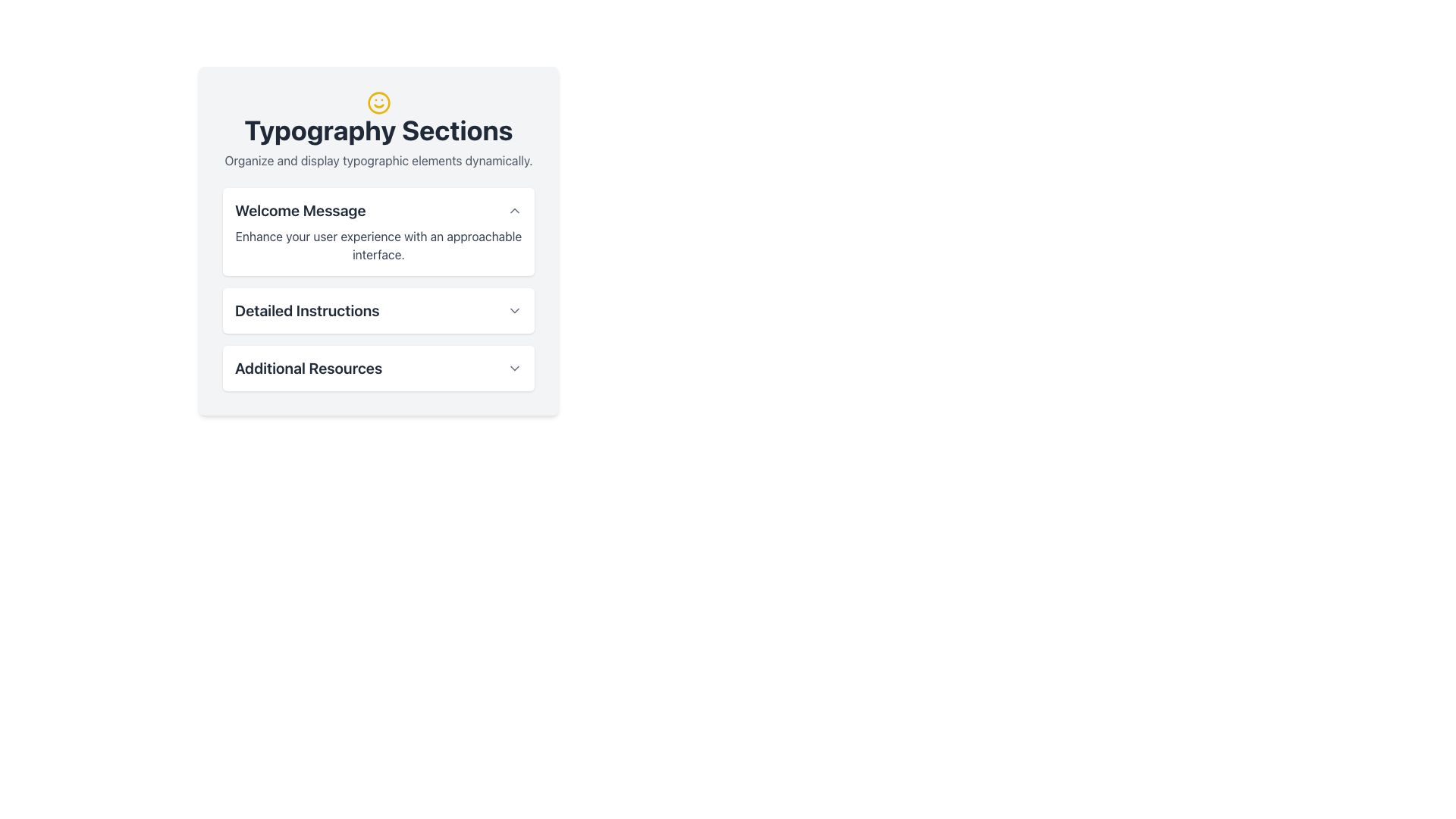 This screenshot has width=1456, height=819. Describe the element at coordinates (378, 245) in the screenshot. I see `the static text element that reads 'Enhance your user experience with an approachable interface.' located below the 'Welcome Message' heading` at that location.